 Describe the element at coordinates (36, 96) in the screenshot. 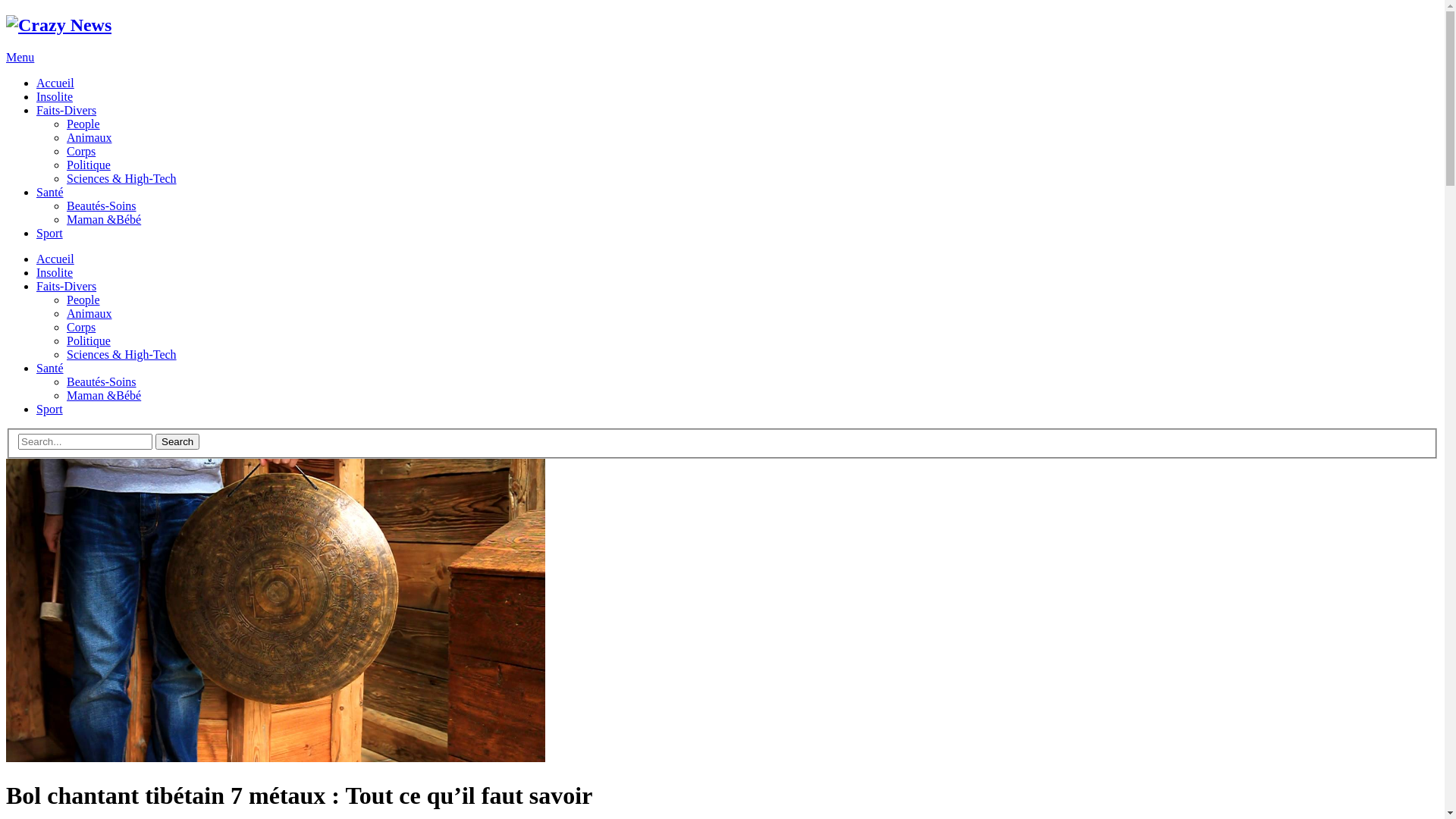

I see `'Insolite'` at that location.